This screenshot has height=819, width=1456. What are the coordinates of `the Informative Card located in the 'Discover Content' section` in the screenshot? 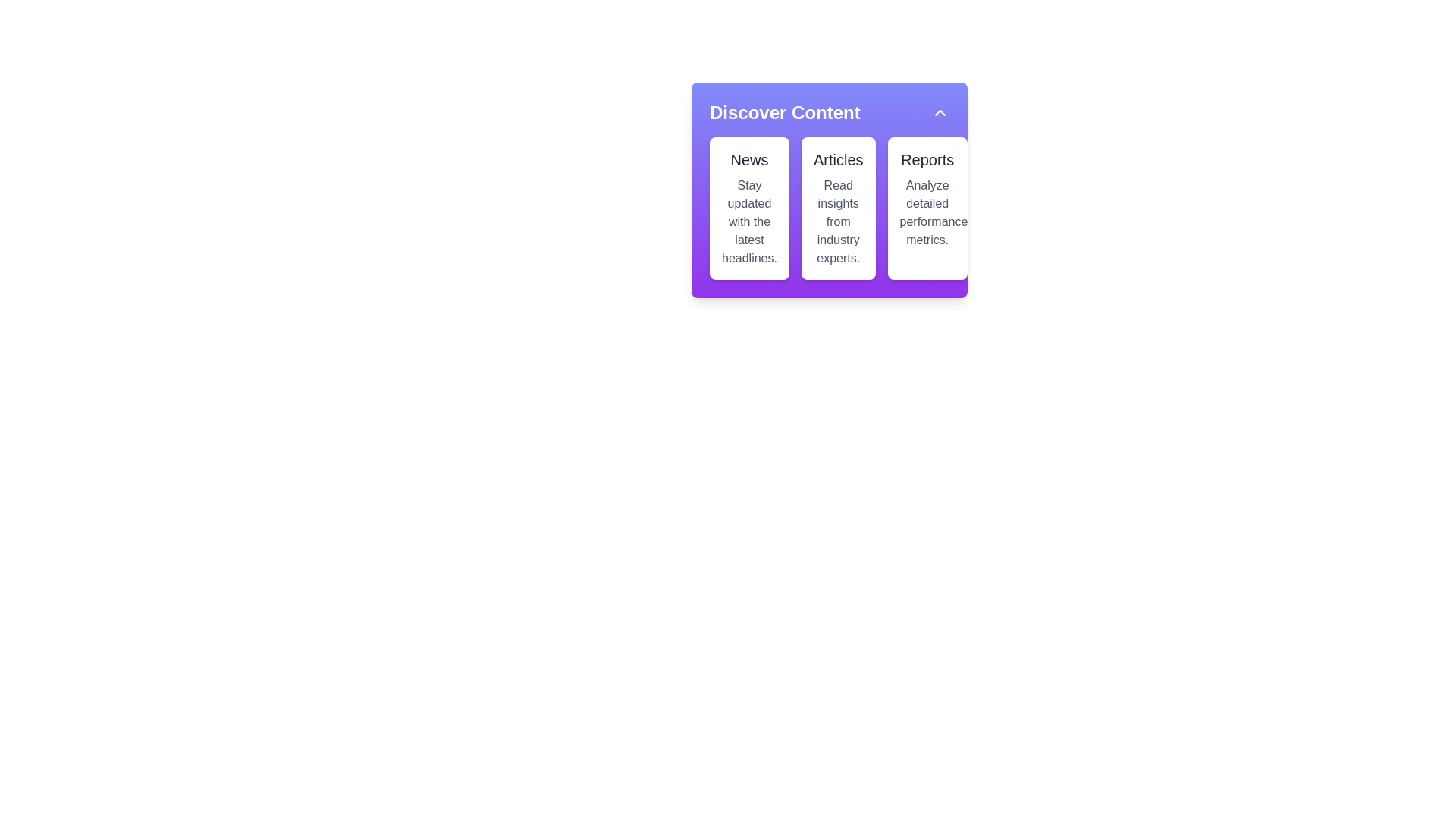 It's located at (749, 208).